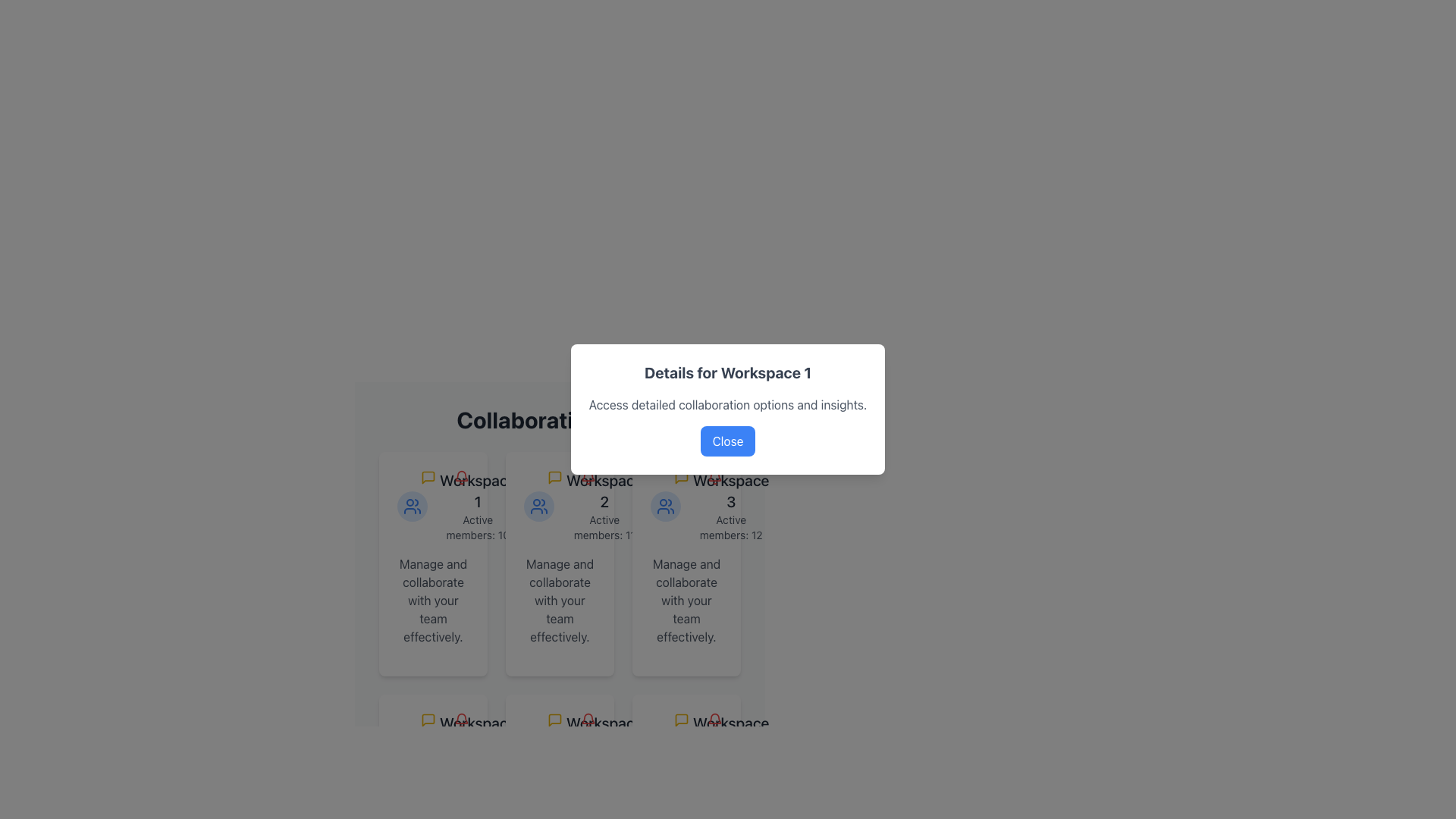 The height and width of the screenshot is (819, 1456). I want to click on the notification bell icon located at the top-right corner of the card labeled 'Workspace 1' to check for new alerts or messages specific to this workspace, so click(461, 476).